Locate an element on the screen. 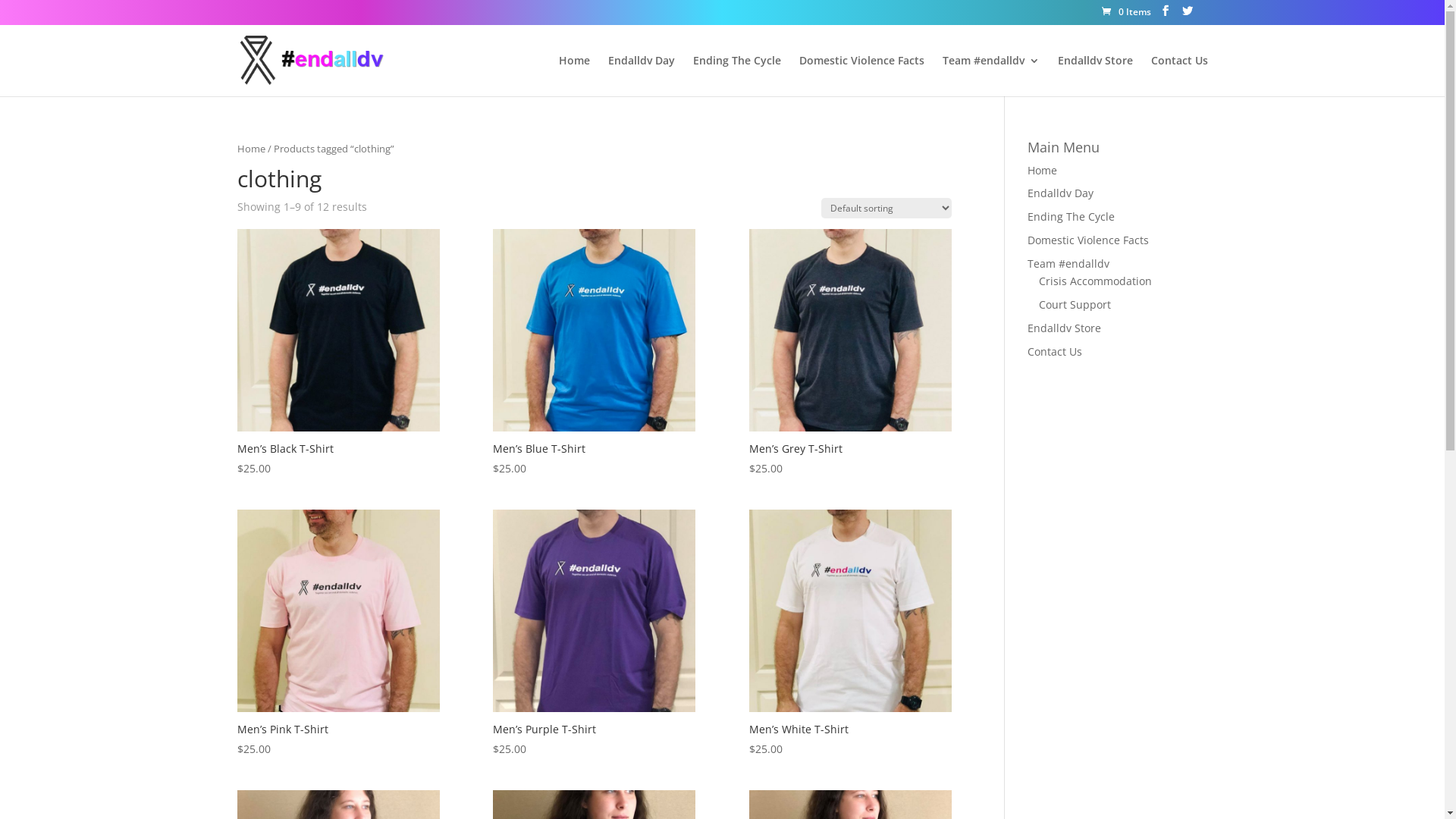  'Team #endalldv' is located at coordinates (1068, 262).